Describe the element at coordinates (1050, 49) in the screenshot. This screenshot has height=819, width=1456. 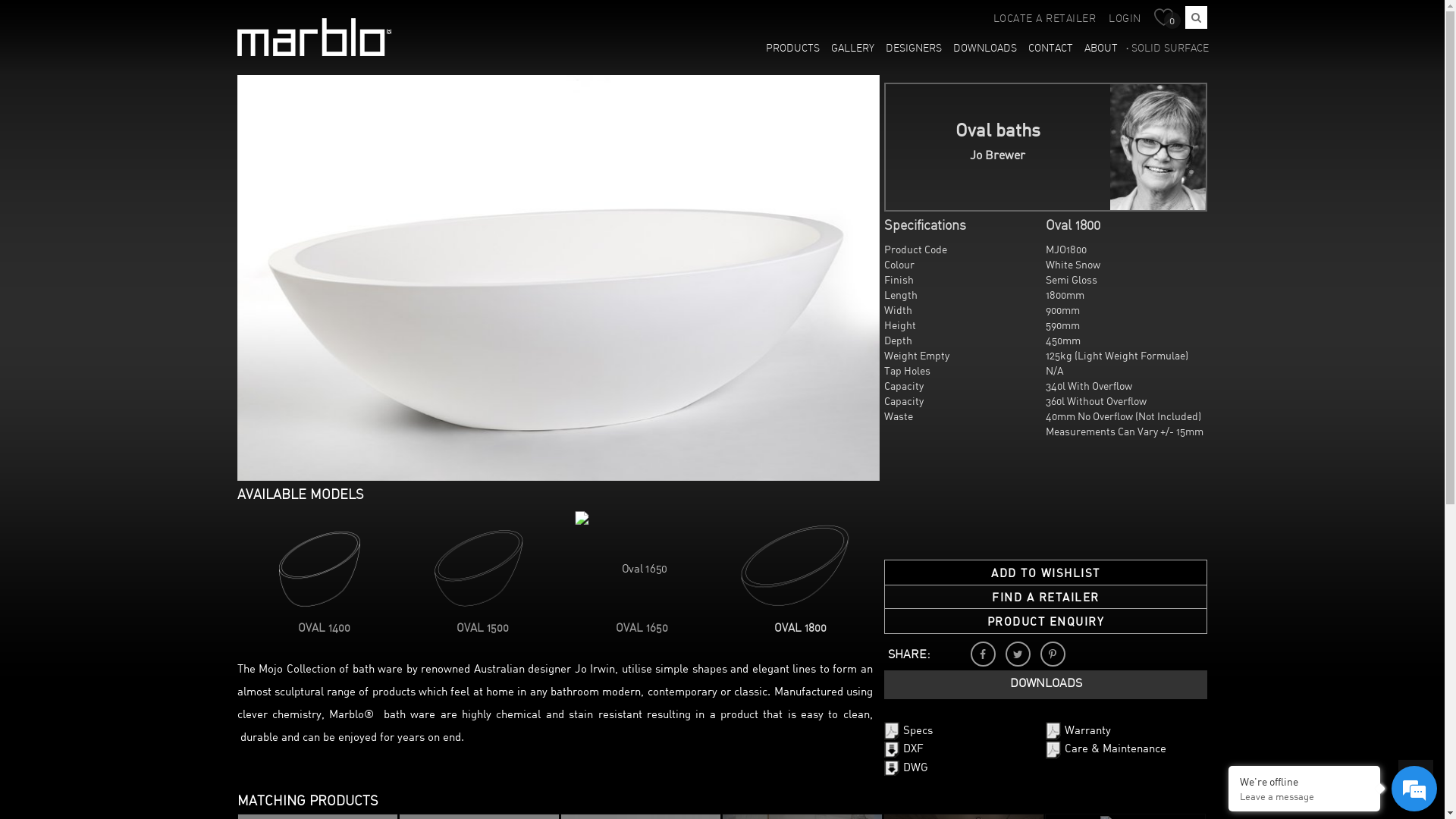
I see `'CONTACT'` at that location.